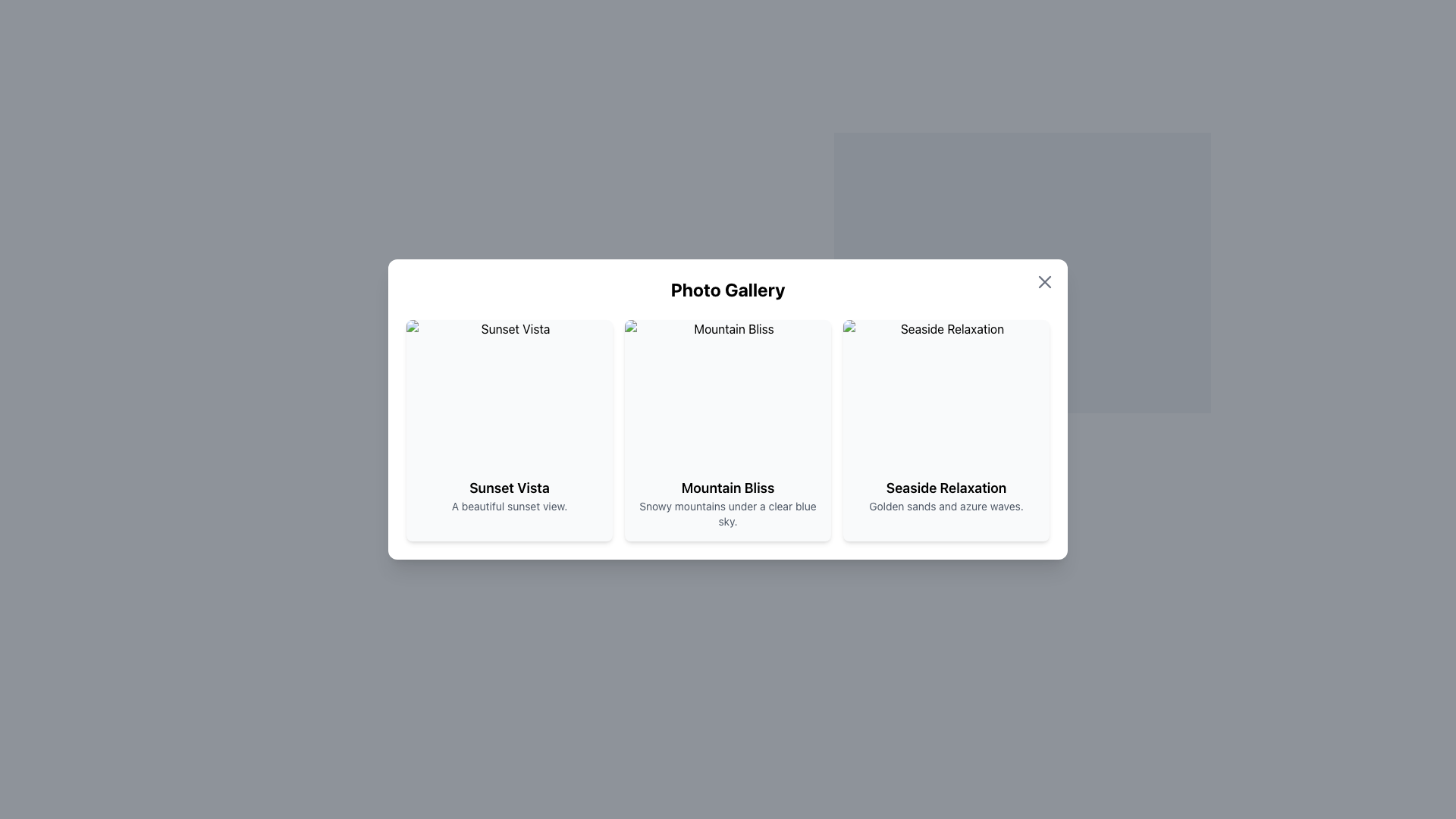 The image size is (1456, 819). What do you see at coordinates (1022, 541) in the screenshot?
I see `the button located at the bottom-right corner of the modal interface under the 'Seaside Relaxation' section` at bounding box center [1022, 541].